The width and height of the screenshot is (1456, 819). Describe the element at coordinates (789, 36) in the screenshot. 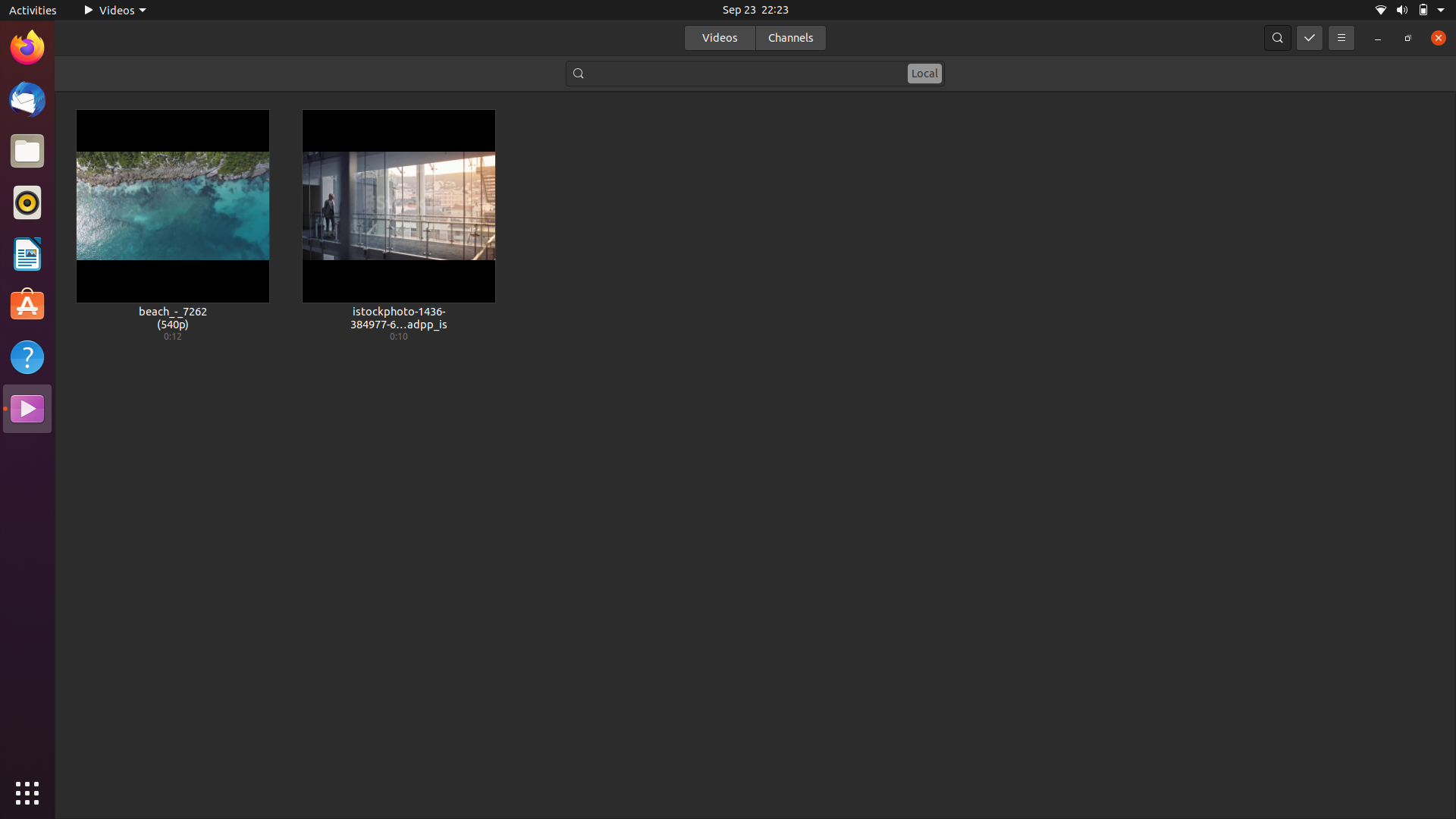

I see `the Channels tab` at that location.